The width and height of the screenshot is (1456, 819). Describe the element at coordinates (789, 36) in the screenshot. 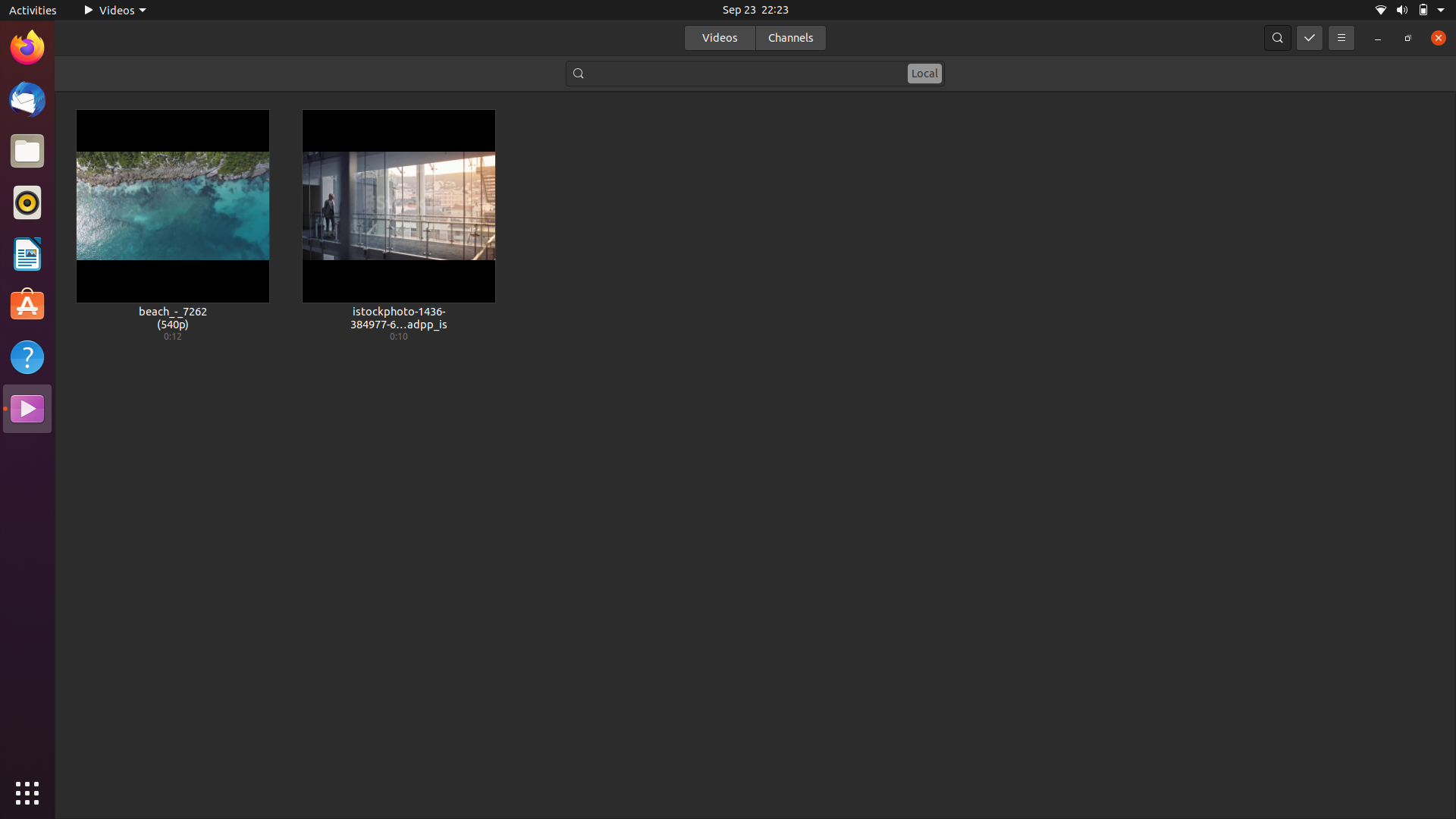

I see `the Channels tab` at that location.